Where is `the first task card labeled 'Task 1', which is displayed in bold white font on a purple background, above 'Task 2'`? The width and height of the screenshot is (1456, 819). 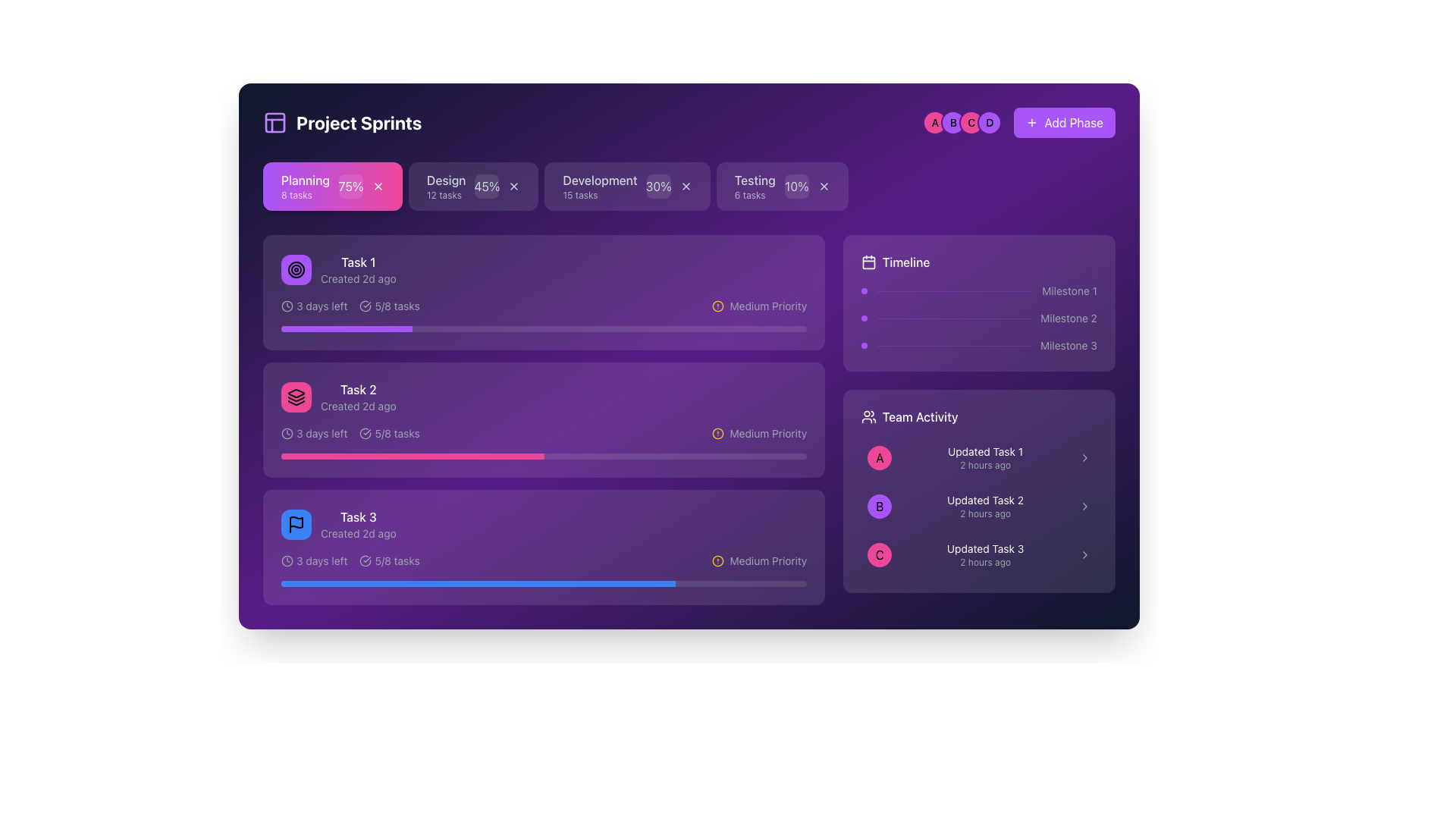
the first task card labeled 'Task 1', which is displayed in bold white font on a purple background, above 'Task 2' is located at coordinates (357, 268).